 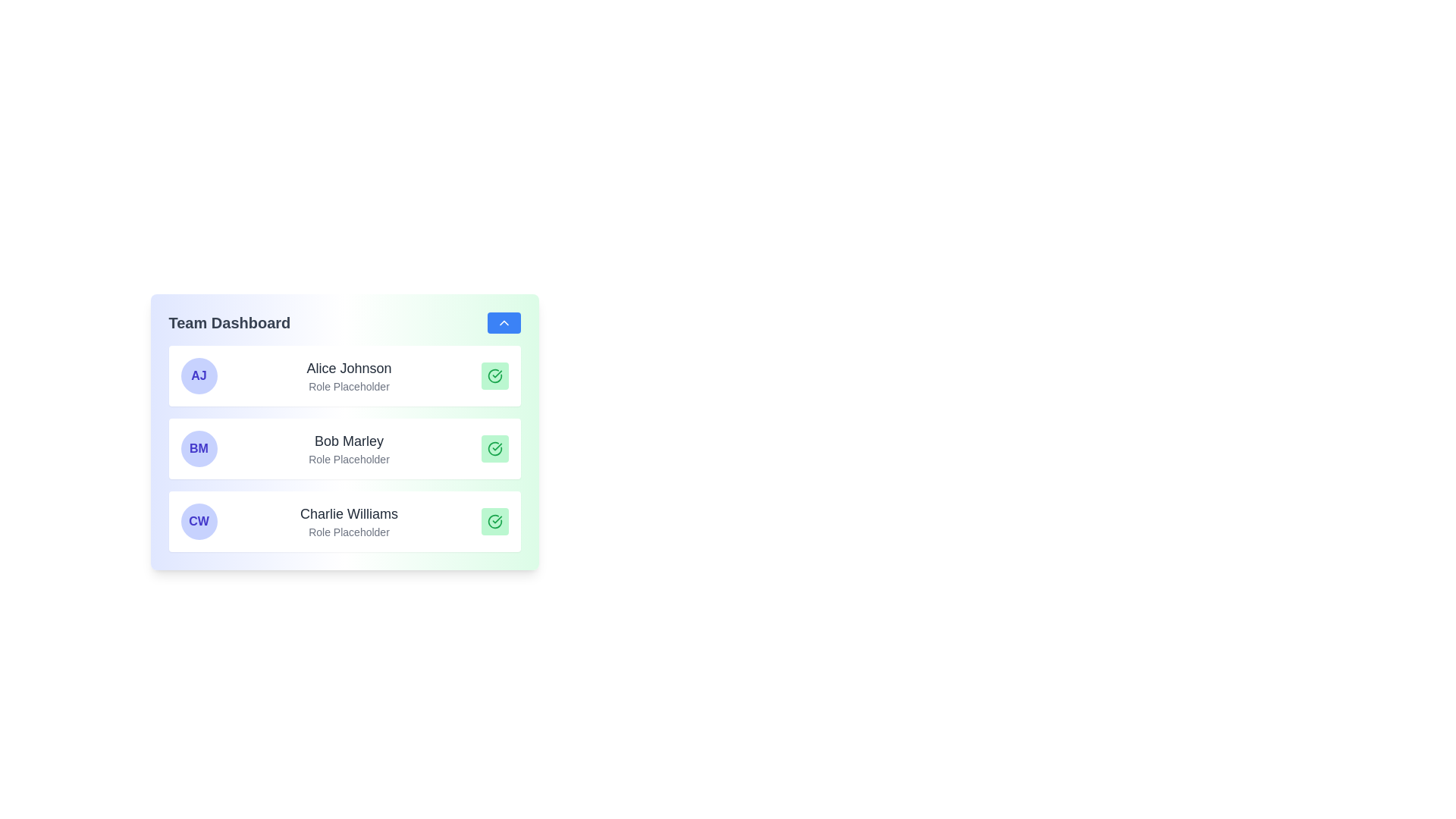 What do you see at coordinates (348, 532) in the screenshot?
I see `the static text label 'Role Placeholder' located beneath 'Charlie Williams' in the Team Dashboard section` at bounding box center [348, 532].